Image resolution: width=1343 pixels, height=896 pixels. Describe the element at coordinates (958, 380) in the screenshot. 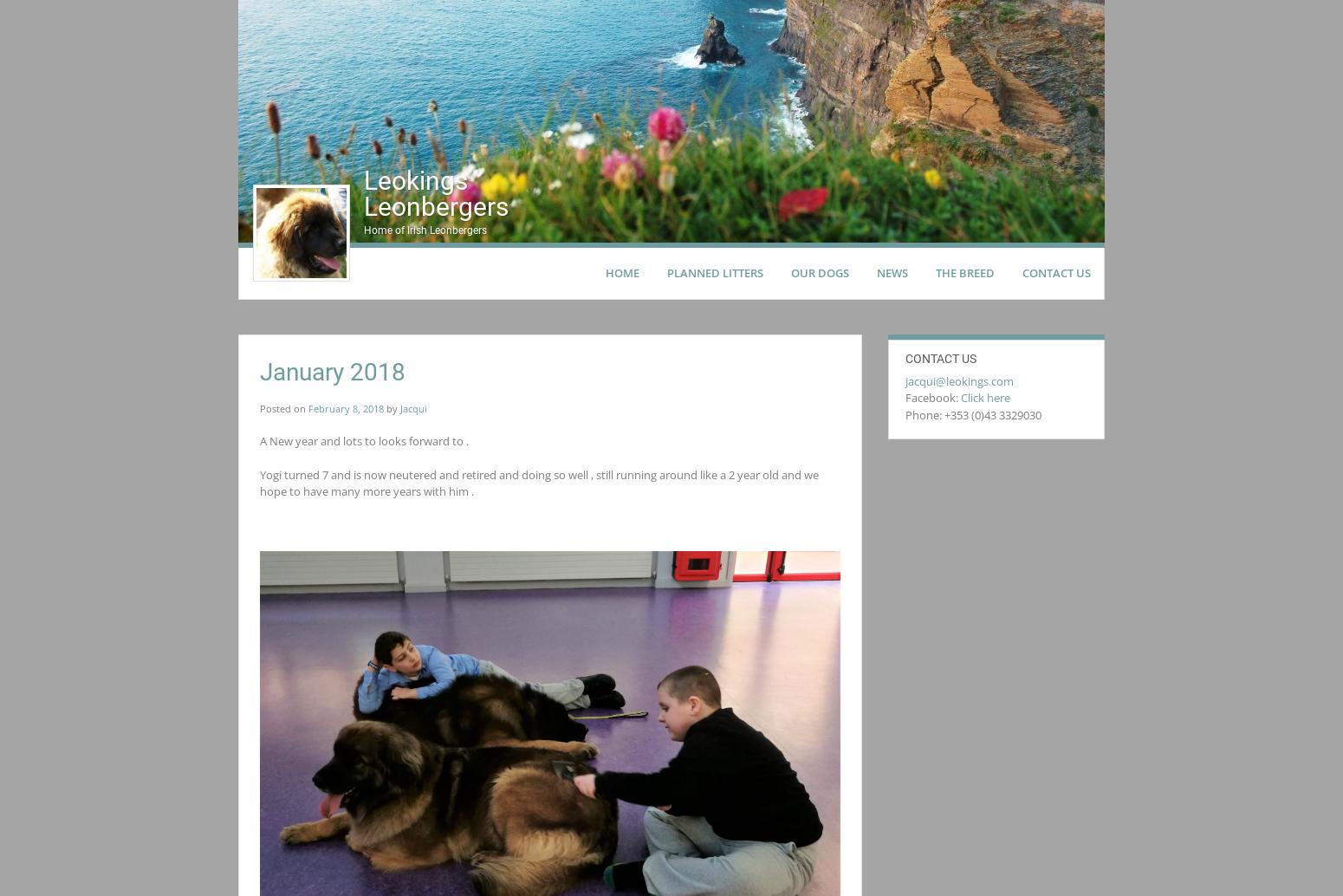

I see `'jacqui@leokings.com'` at that location.